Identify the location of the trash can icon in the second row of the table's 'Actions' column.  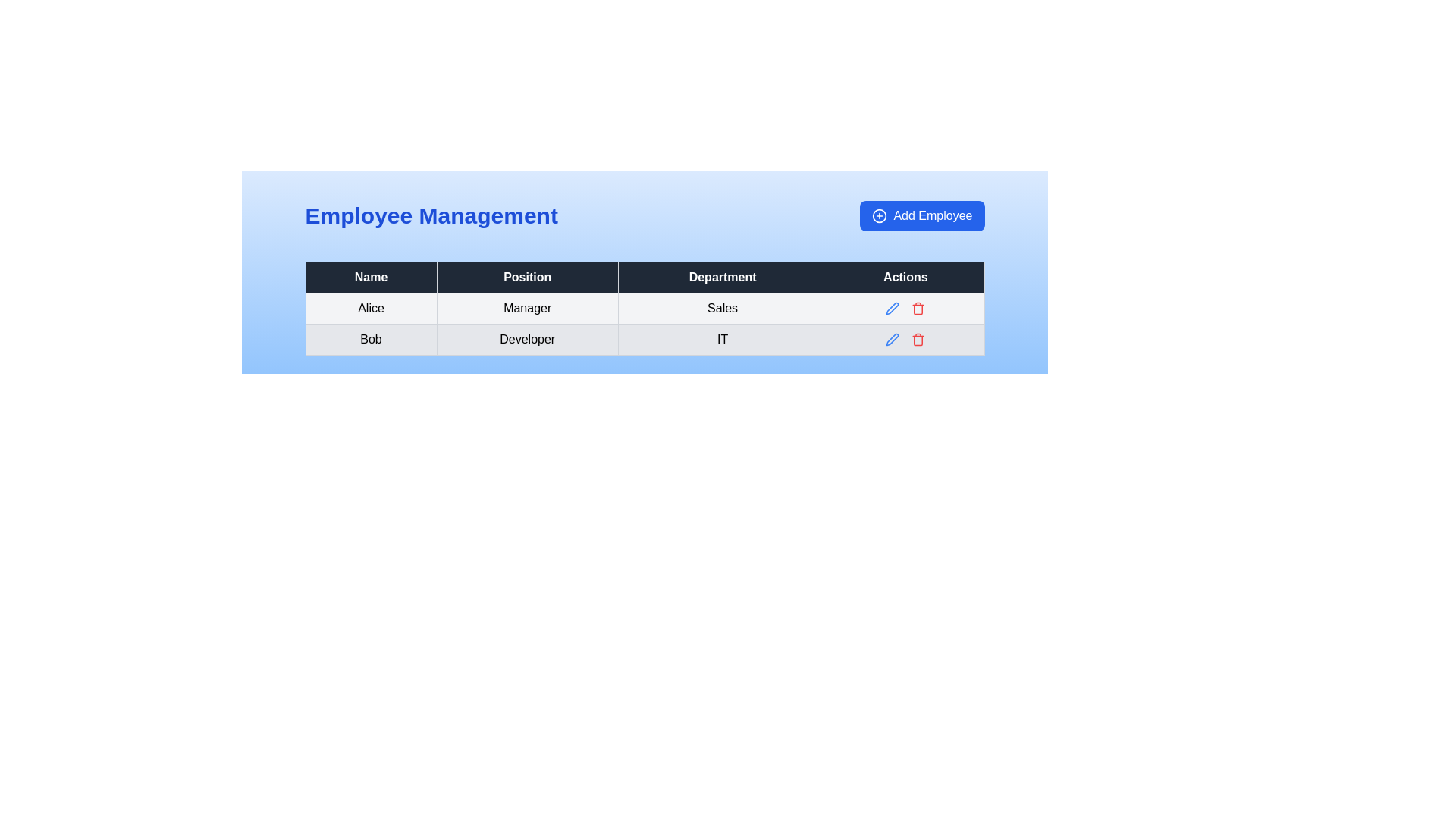
(918, 309).